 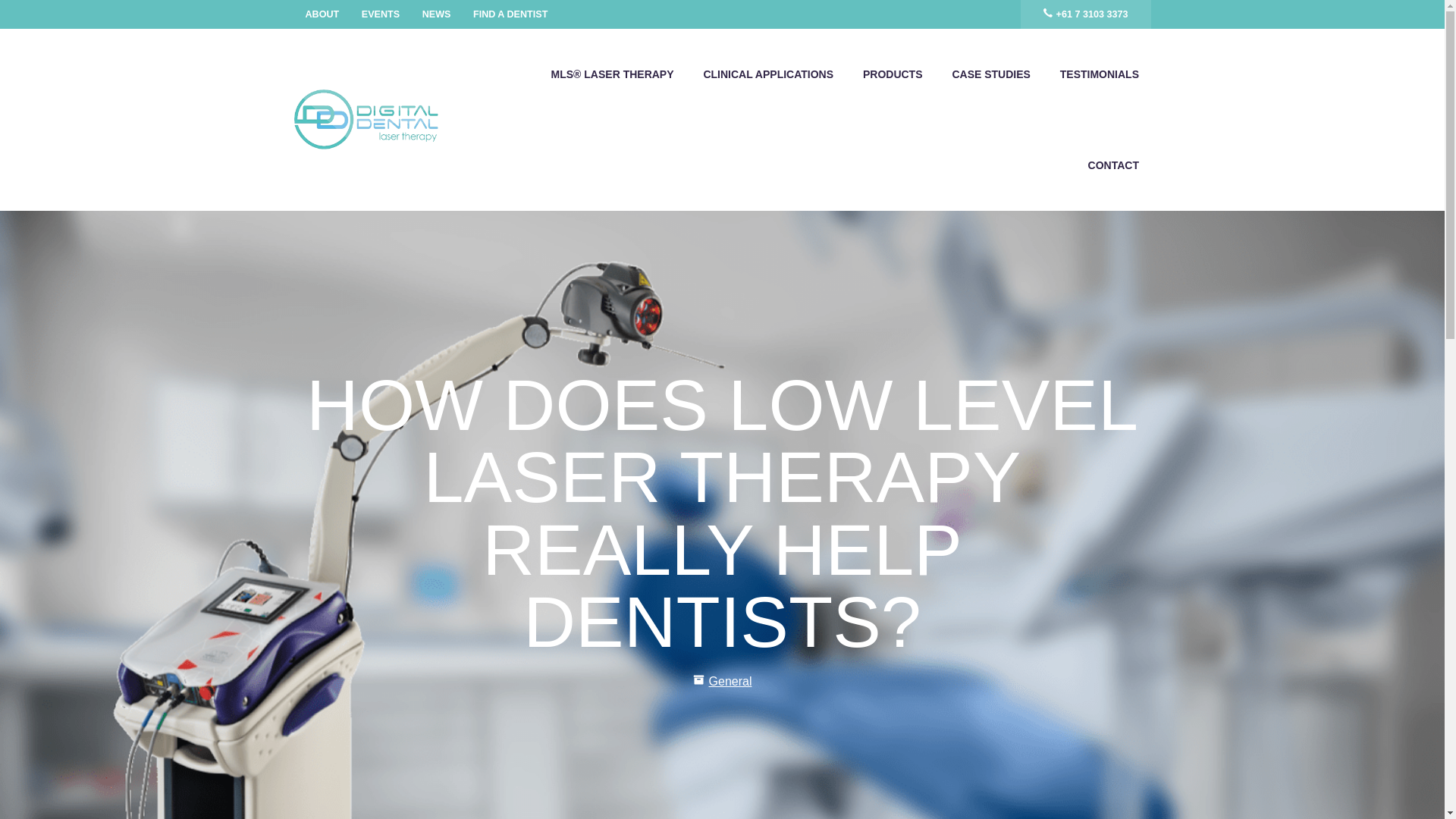 I want to click on 'PHONE-REV+61 7 3103 3373', so click(x=1084, y=14).